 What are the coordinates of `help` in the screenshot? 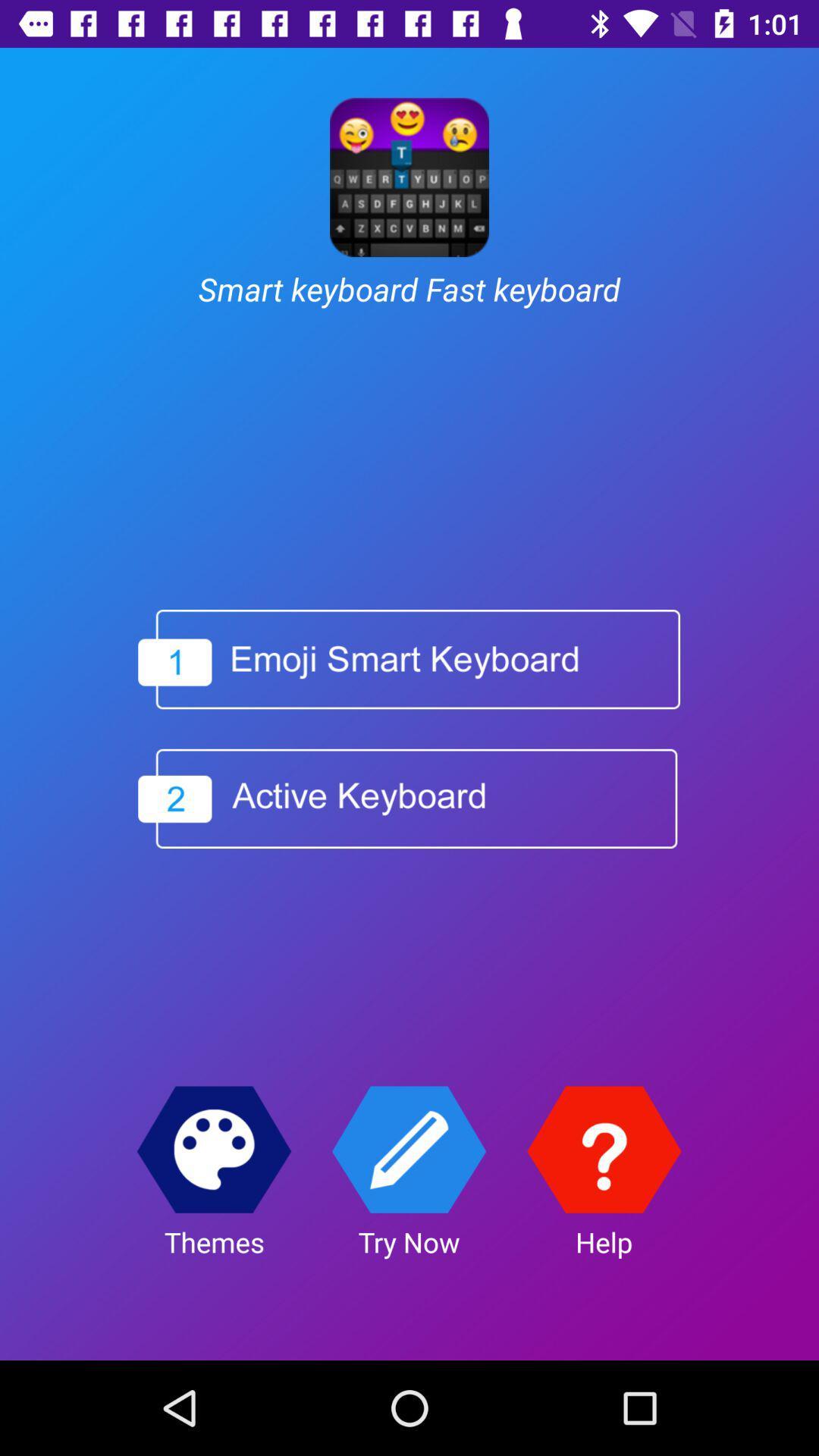 It's located at (603, 1150).